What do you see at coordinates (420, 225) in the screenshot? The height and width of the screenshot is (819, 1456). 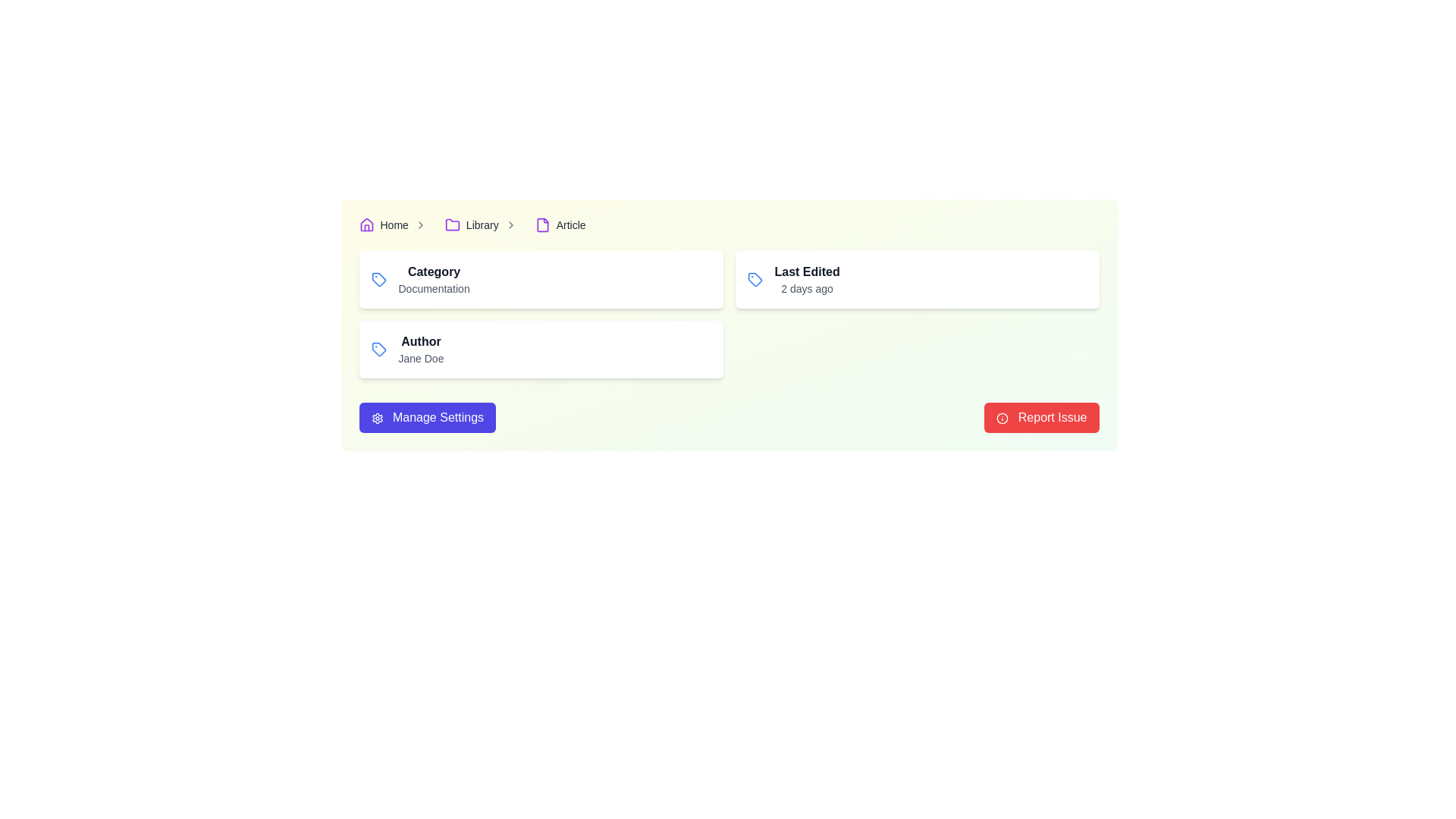 I see `the breadcrumb divider icon located to the right of the 'Home' link, which visually indicates the hierarchical separation between breadcrumb levels` at bounding box center [420, 225].